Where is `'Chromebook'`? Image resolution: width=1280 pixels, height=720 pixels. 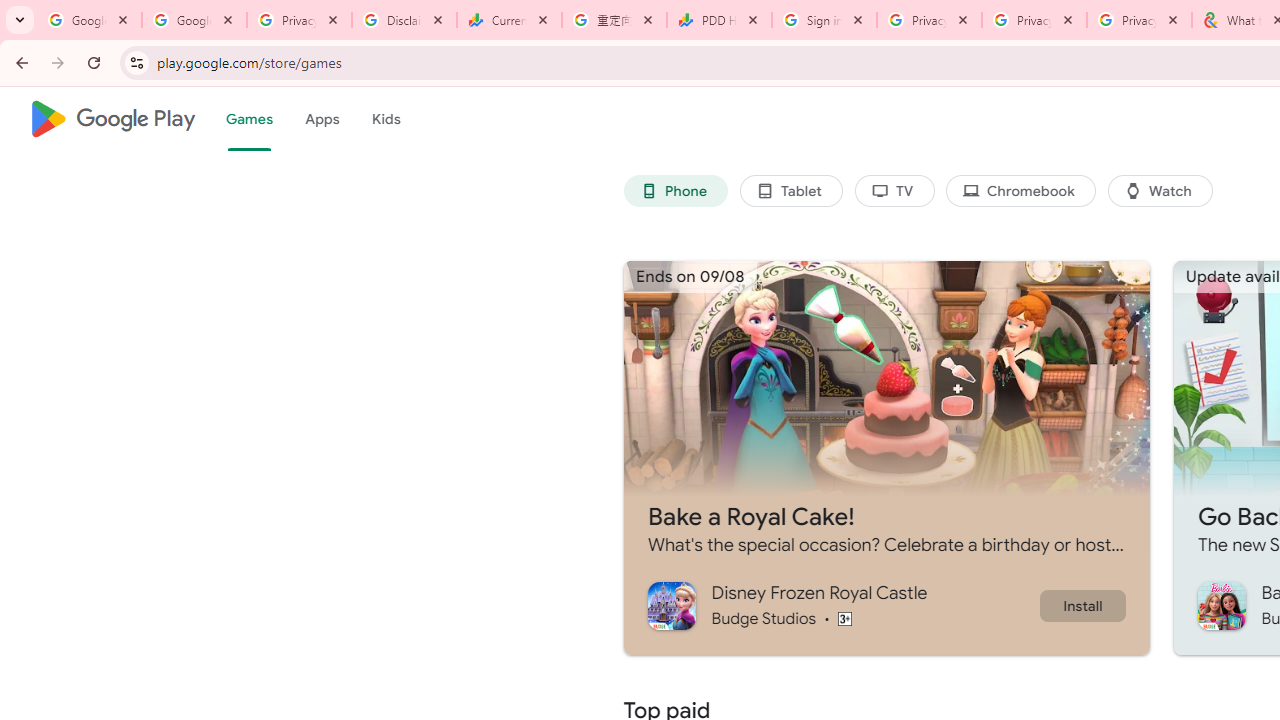 'Chromebook' is located at coordinates (1021, 191).